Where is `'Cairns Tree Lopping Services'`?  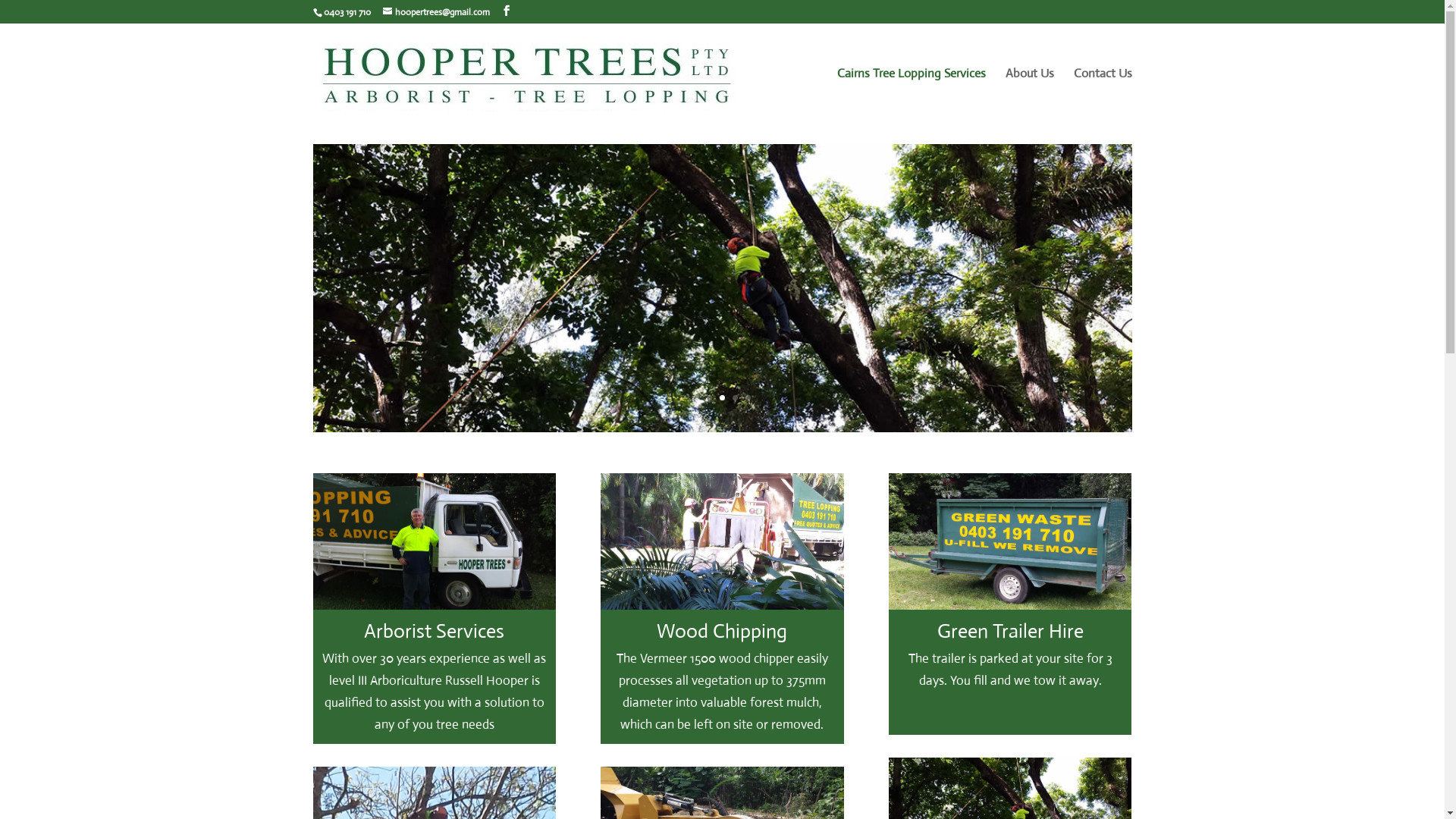 'Cairns Tree Lopping Services' is located at coordinates (910, 96).